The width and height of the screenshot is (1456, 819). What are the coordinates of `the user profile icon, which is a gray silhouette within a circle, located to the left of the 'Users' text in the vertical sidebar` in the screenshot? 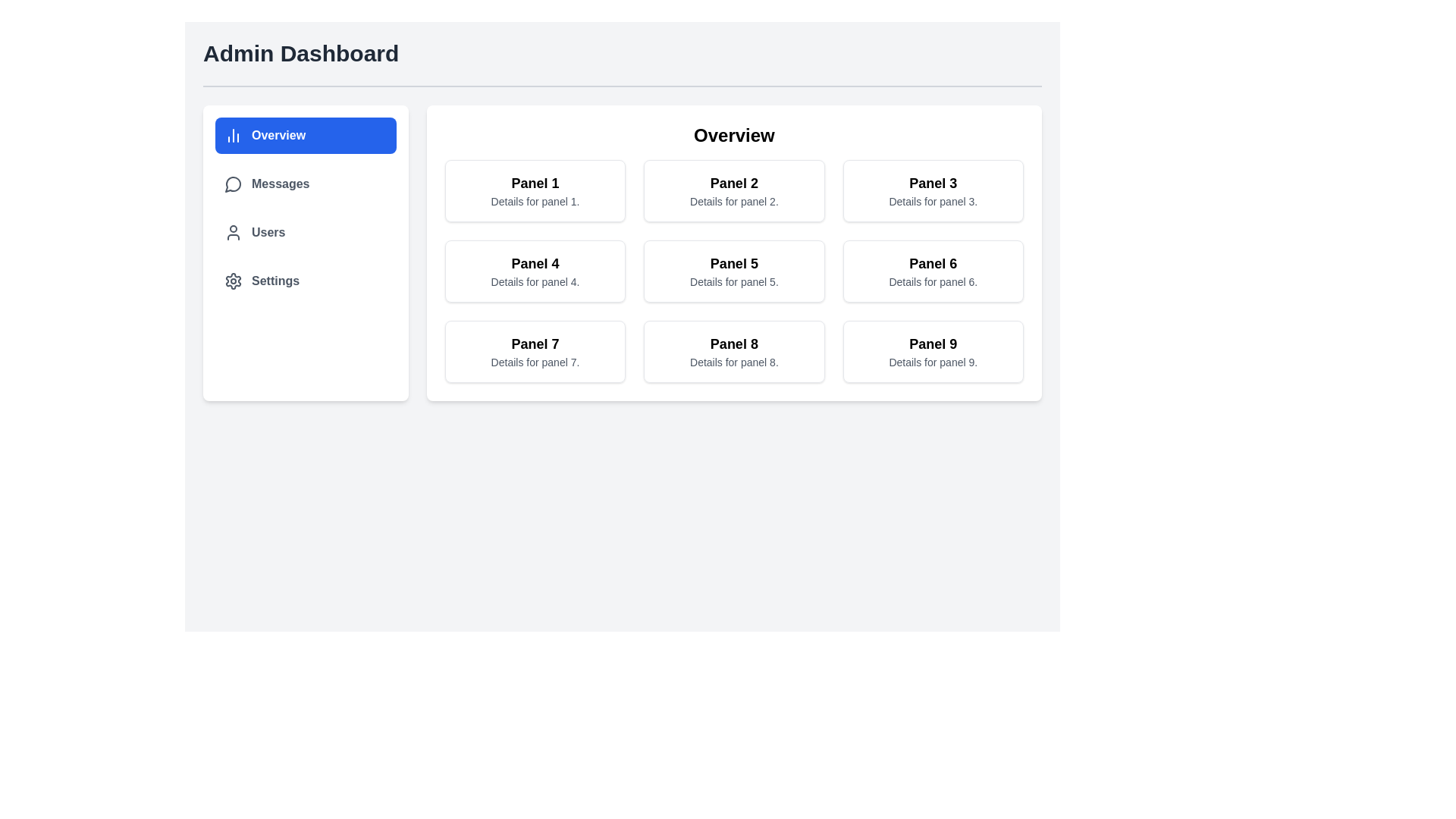 It's located at (232, 233).